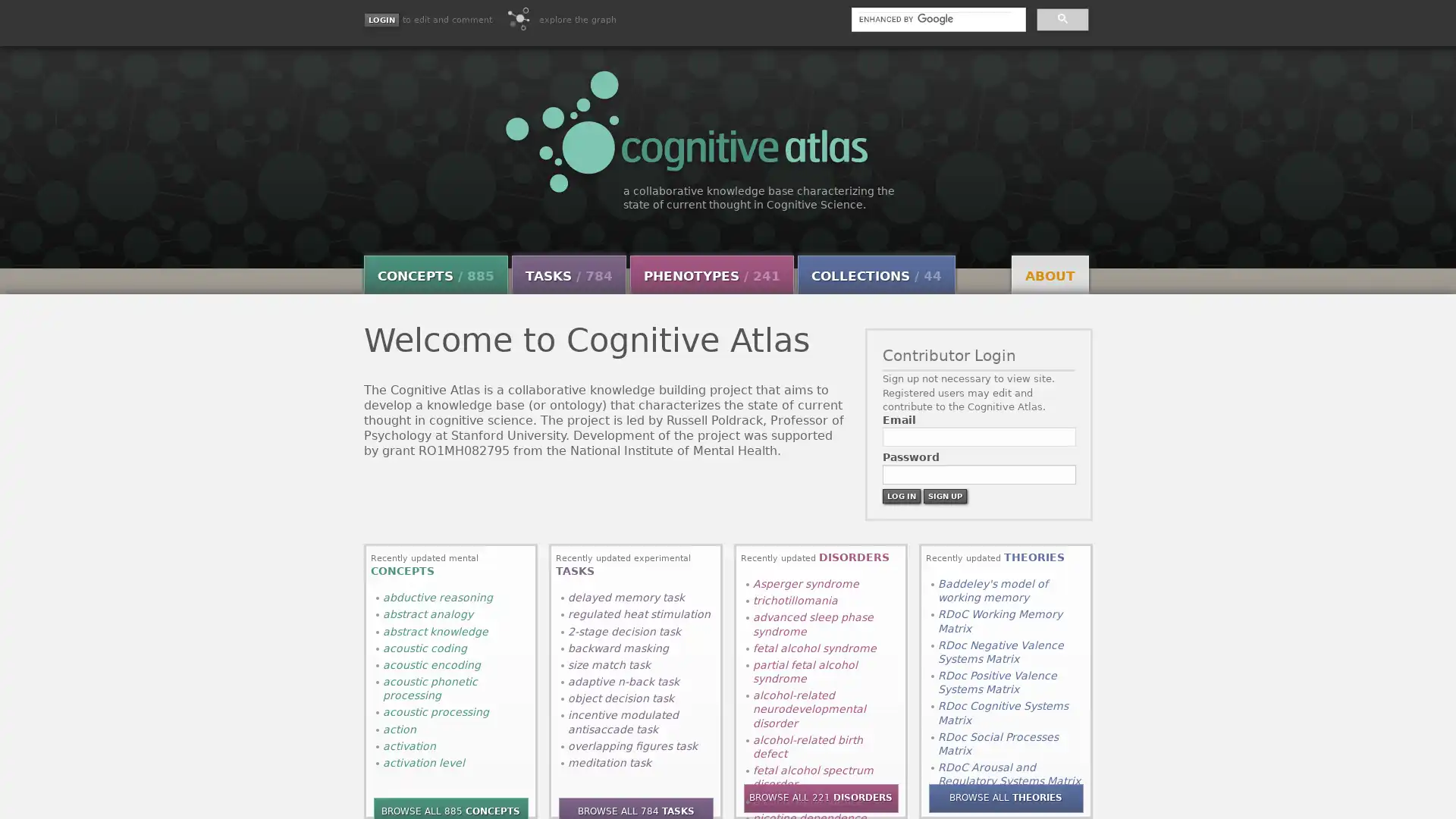  I want to click on search, so click(1061, 18).